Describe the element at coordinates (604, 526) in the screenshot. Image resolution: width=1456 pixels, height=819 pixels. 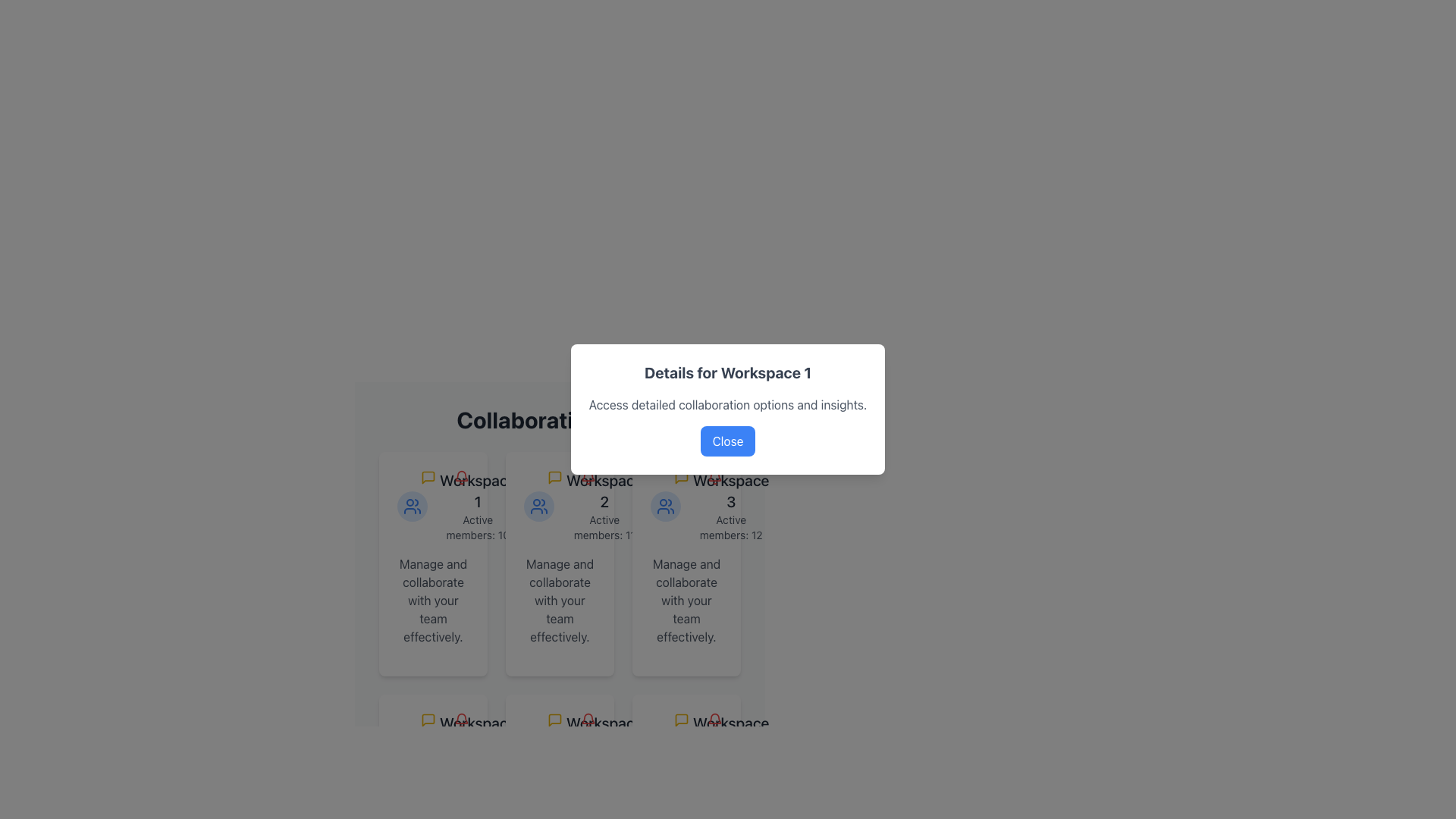
I see `the static label displaying the number of active members associated with 'Workspace 2', located beneath the title within the card layout` at that location.